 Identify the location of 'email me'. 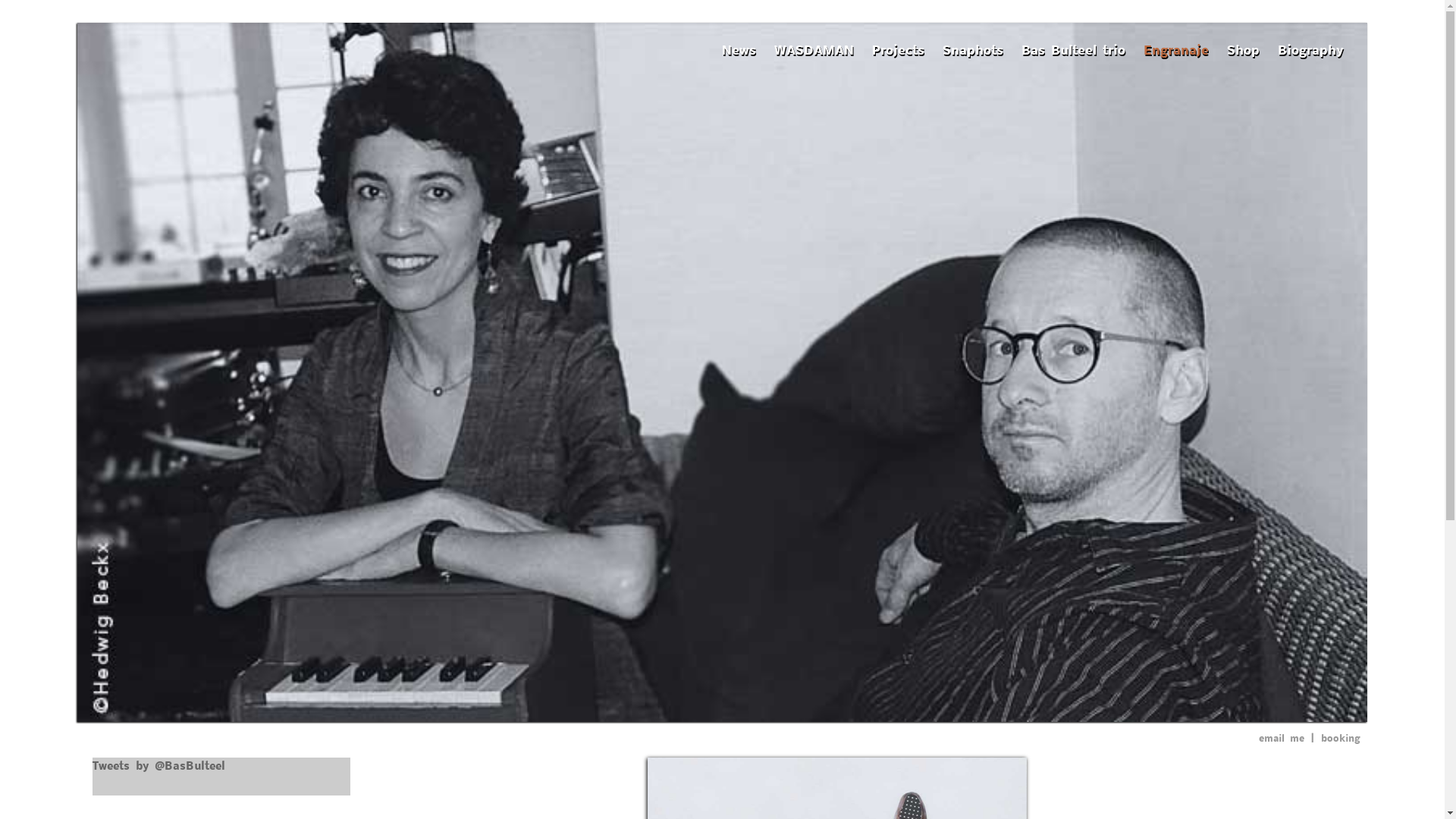
(1280, 736).